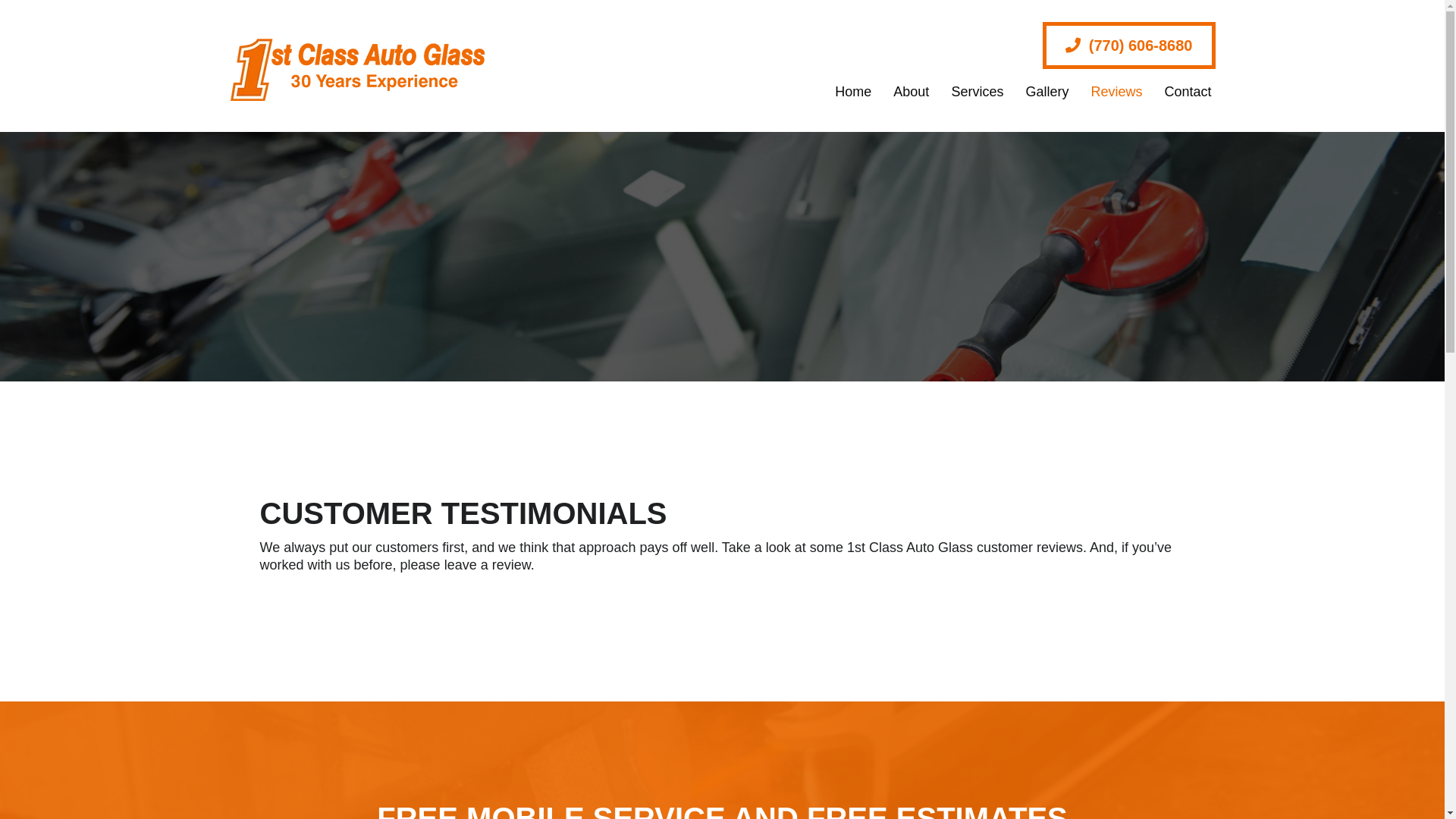  What do you see at coordinates (1007, 91) in the screenshot?
I see `'Gallery'` at bounding box center [1007, 91].